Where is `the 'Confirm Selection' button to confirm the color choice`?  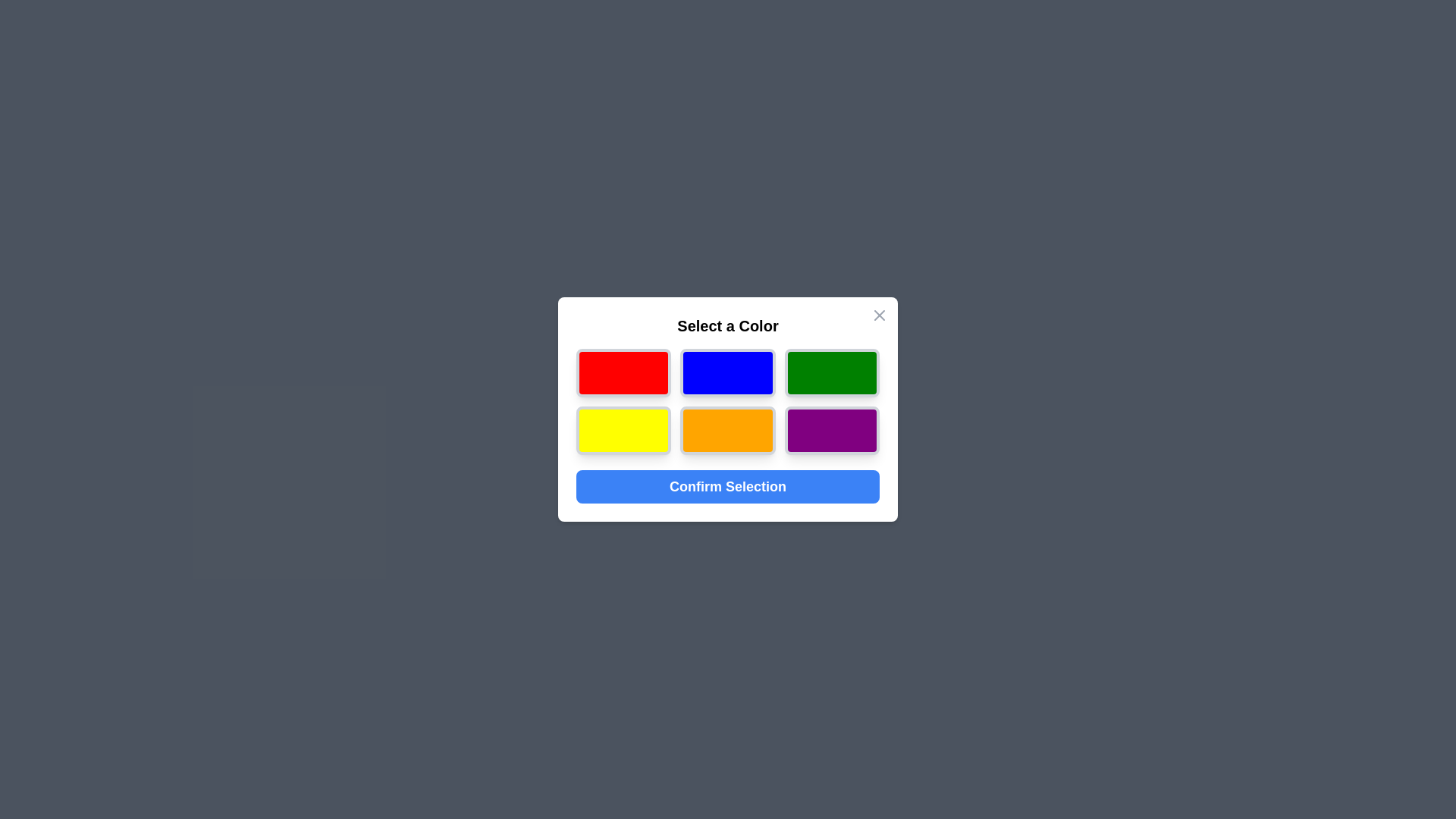
the 'Confirm Selection' button to confirm the color choice is located at coordinates (728, 486).